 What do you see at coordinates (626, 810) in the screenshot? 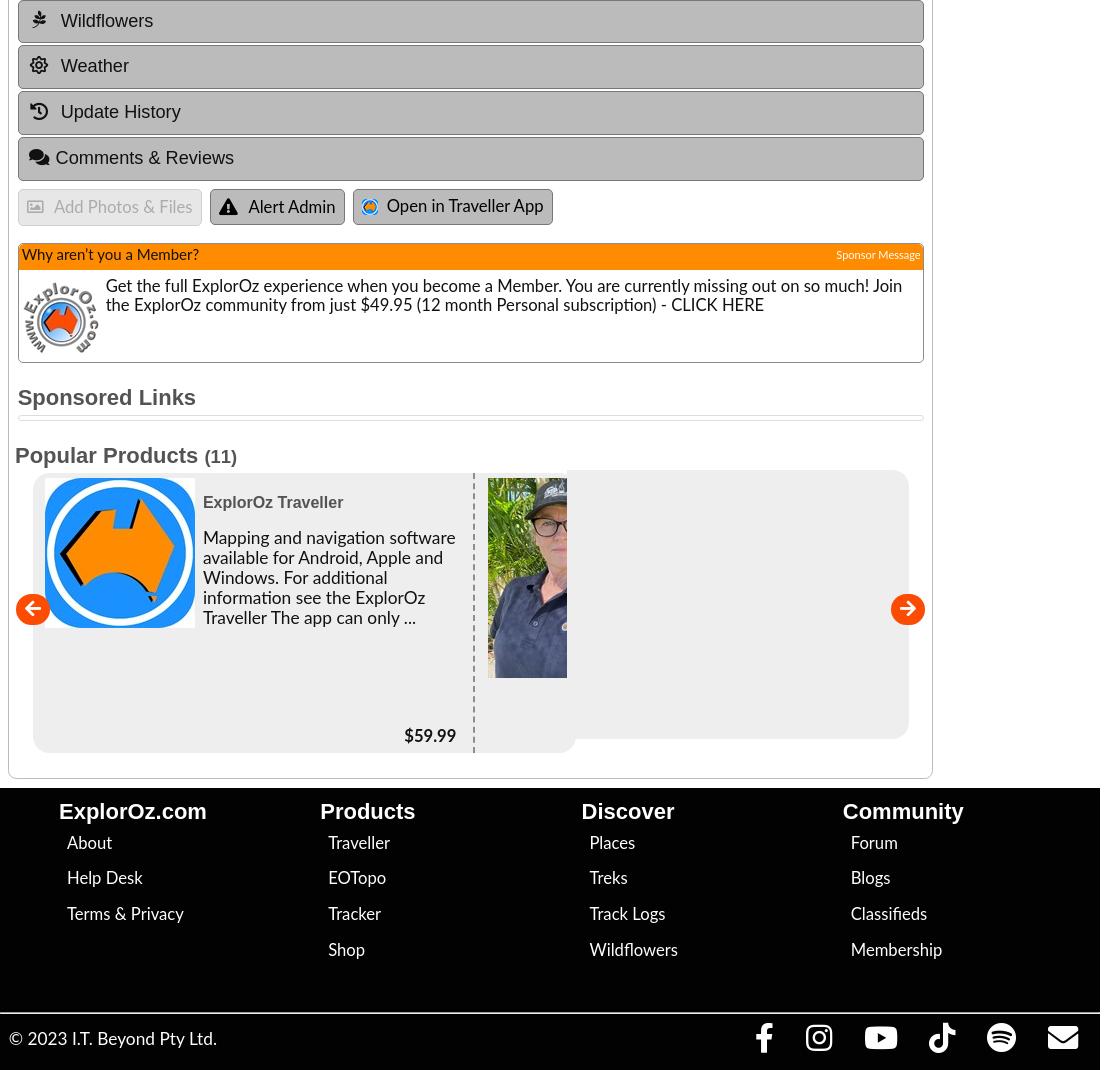
I see `'Discover'` at bounding box center [626, 810].